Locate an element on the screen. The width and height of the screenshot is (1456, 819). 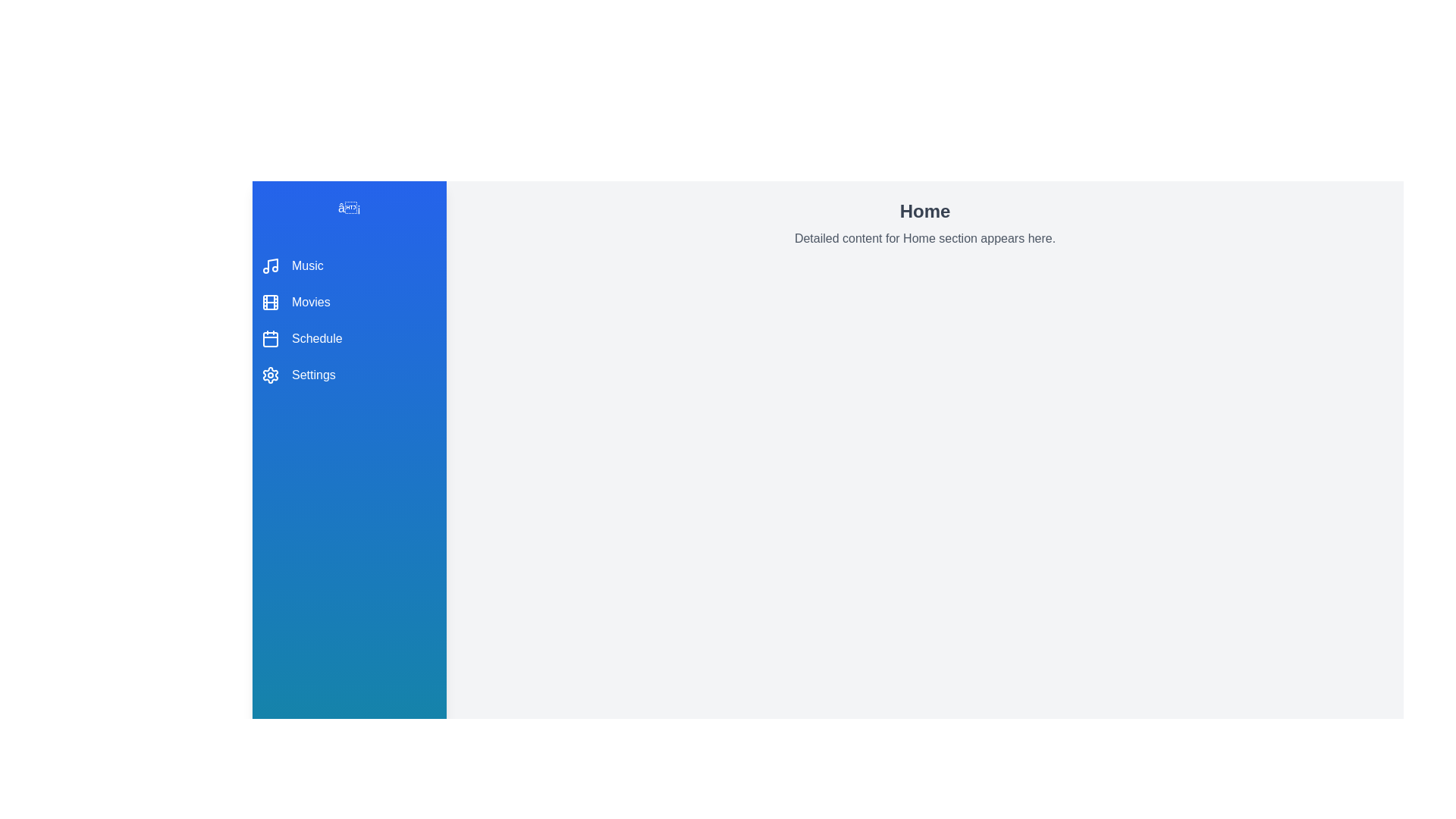
the menu item Music is located at coordinates (348, 265).